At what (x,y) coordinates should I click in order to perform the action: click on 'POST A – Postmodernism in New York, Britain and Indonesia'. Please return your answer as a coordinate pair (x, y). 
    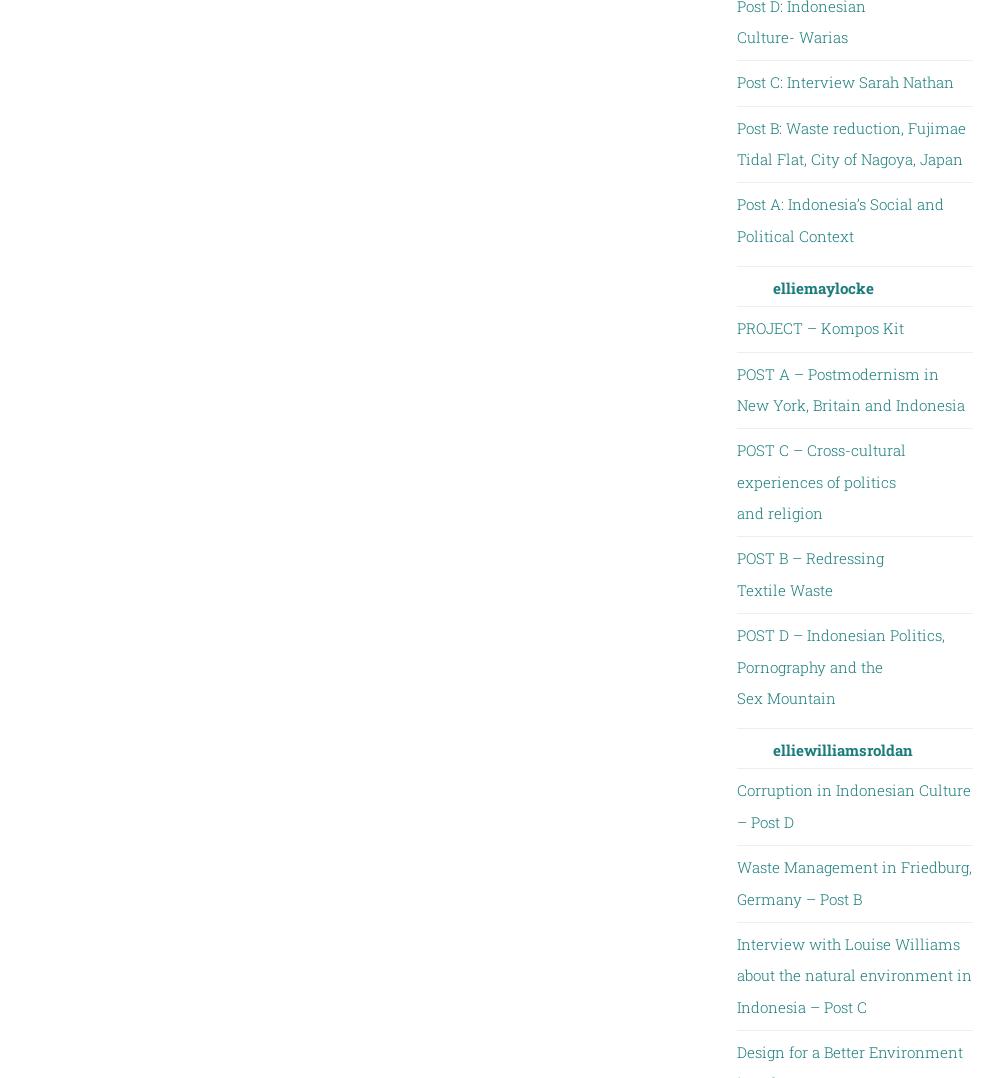
    Looking at the image, I should click on (849, 387).